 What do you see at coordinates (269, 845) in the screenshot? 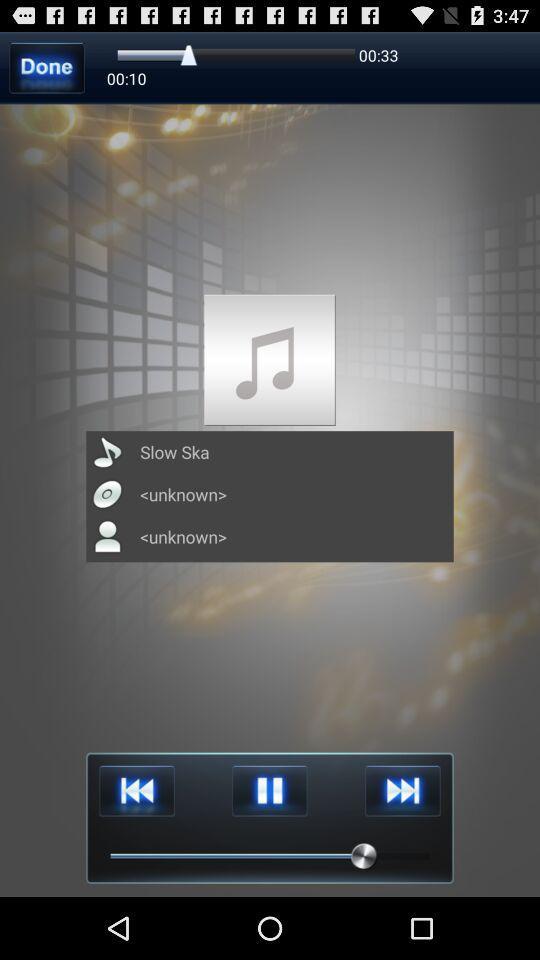
I see `the pause icon` at bounding box center [269, 845].